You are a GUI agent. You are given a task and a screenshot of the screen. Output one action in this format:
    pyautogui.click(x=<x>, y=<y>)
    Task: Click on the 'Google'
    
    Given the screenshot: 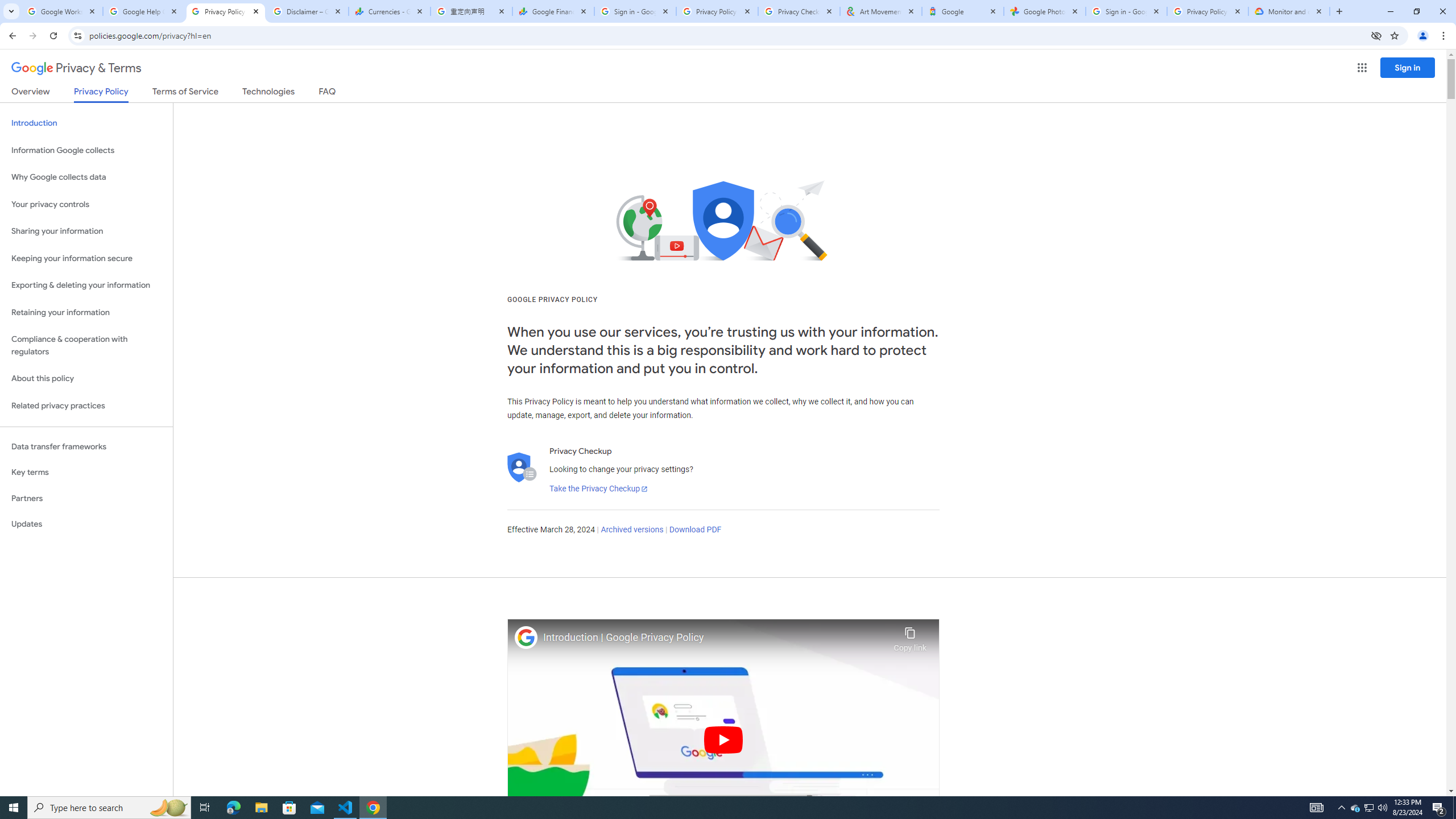 What is the action you would take?
    pyautogui.click(x=962, y=11)
    